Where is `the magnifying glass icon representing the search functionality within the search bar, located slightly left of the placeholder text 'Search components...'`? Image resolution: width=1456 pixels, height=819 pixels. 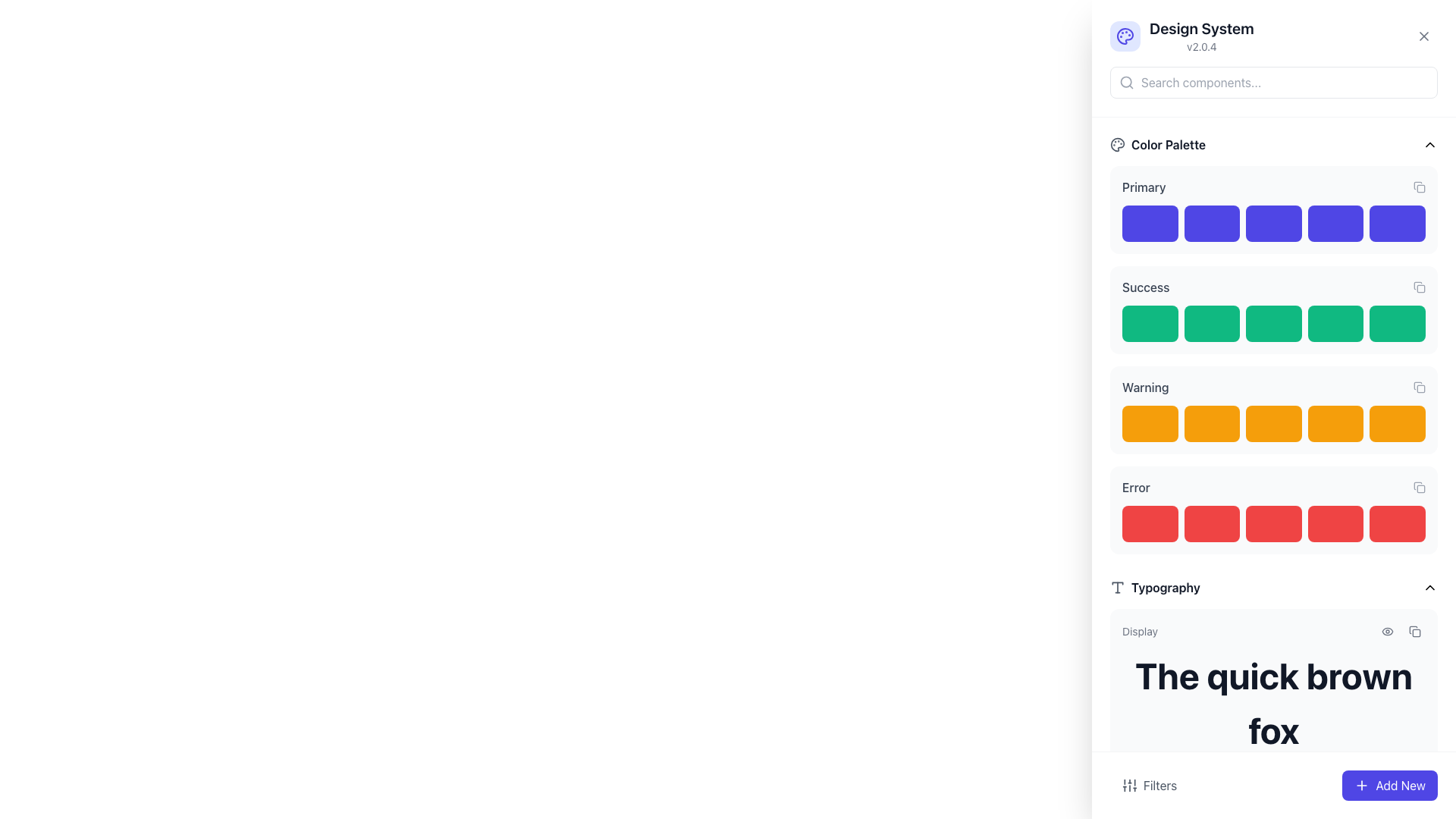
the magnifying glass icon representing the search functionality within the search bar, located slightly left of the placeholder text 'Search components...' is located at coordinates (1127, 82).